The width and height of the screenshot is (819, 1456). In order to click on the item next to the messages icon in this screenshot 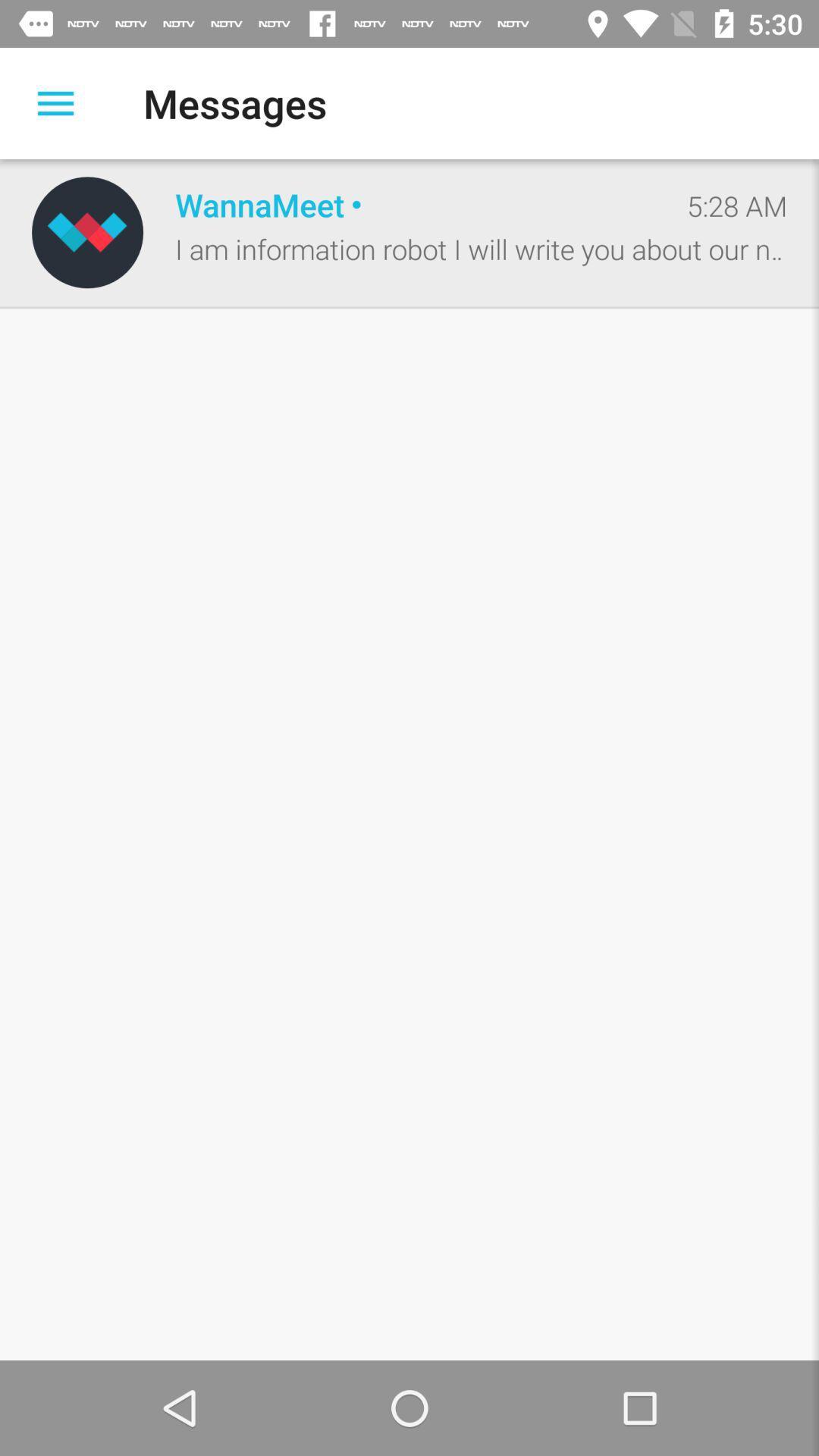, I will do `click(55, 102)`.